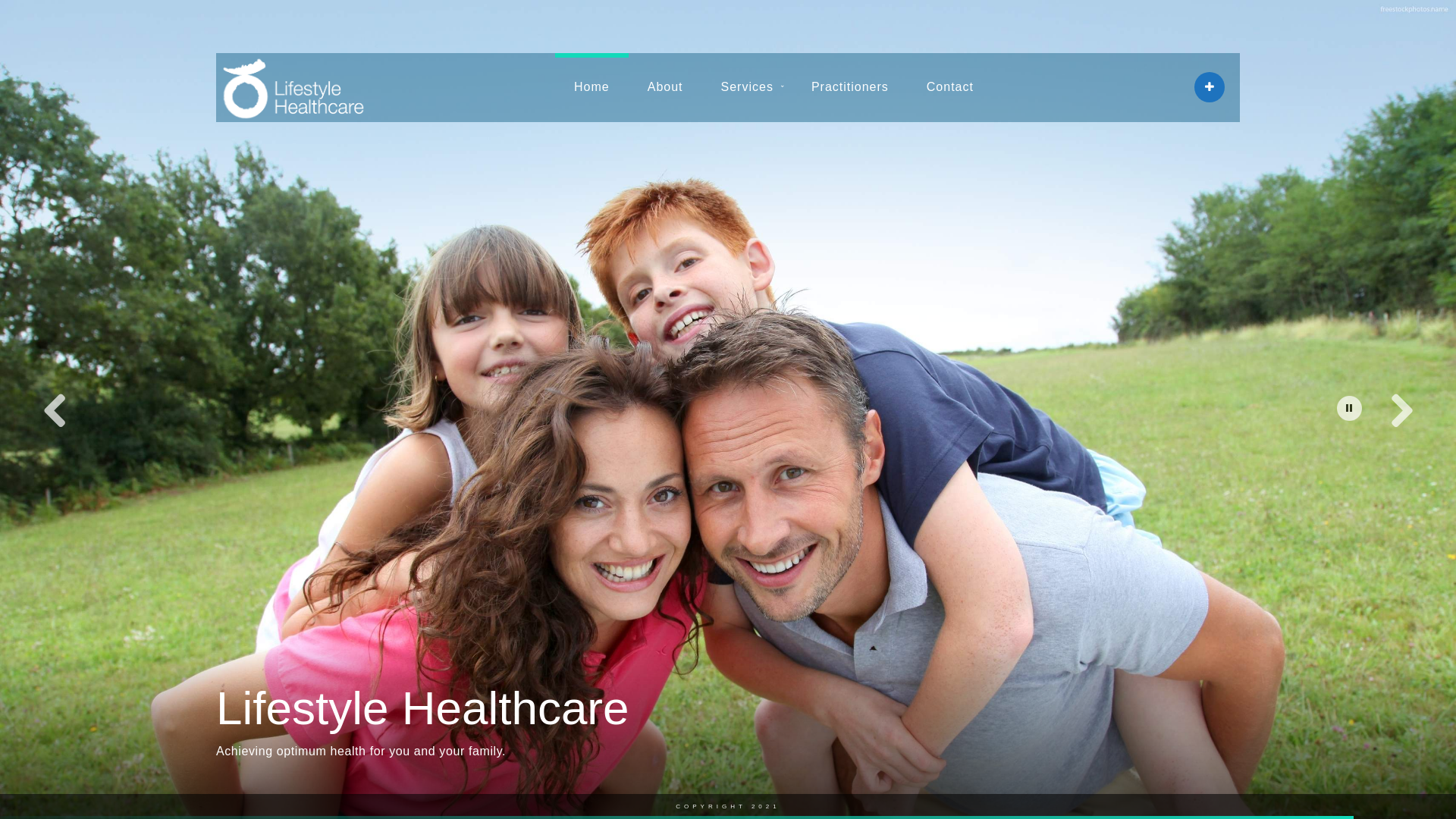 The image size is (1456, 819). I want to click on 'Services', so click(747, 87).